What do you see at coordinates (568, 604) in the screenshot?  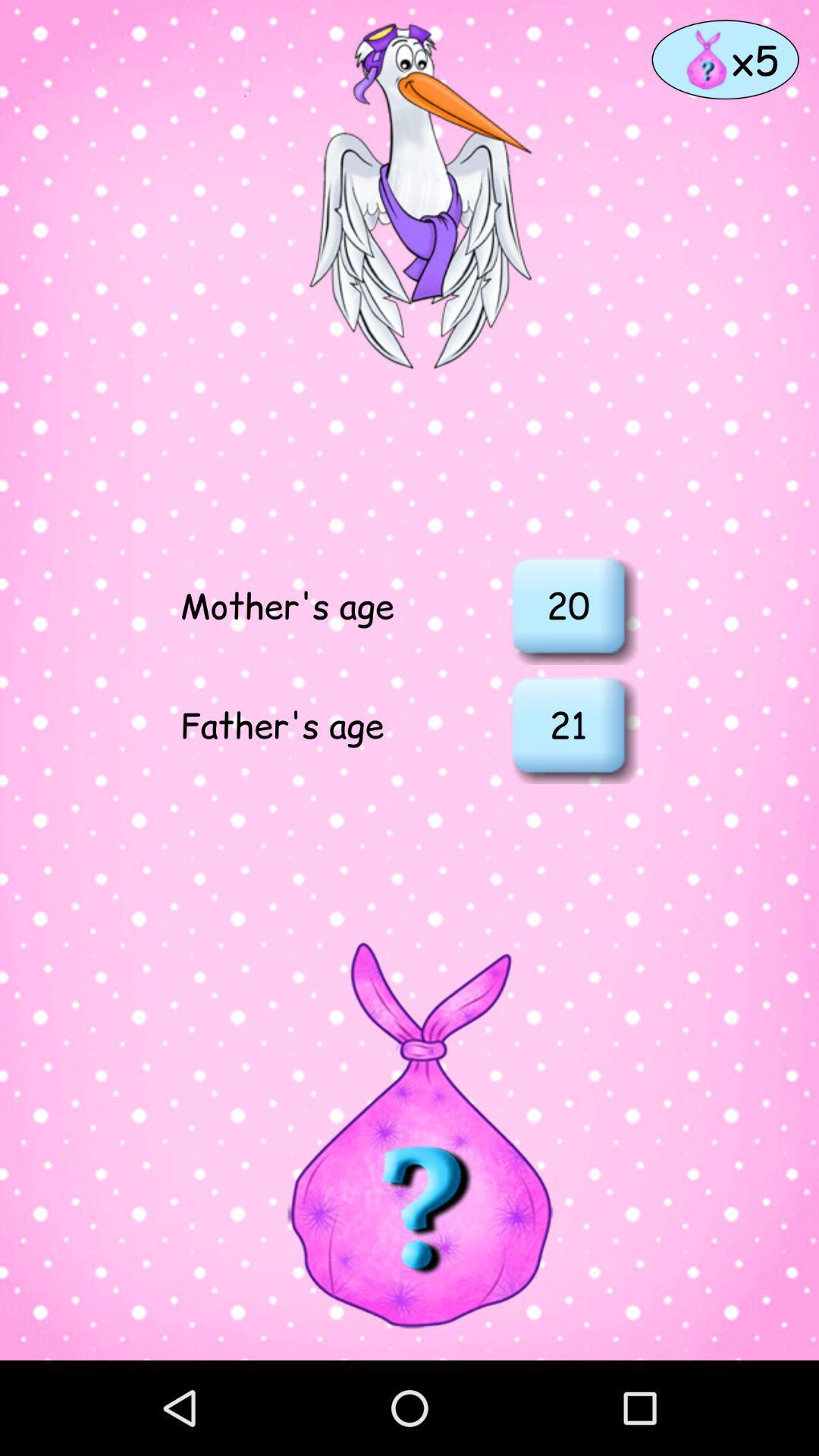 I see `icon to the right of the mother's age item` at bounding box center [568, 604].